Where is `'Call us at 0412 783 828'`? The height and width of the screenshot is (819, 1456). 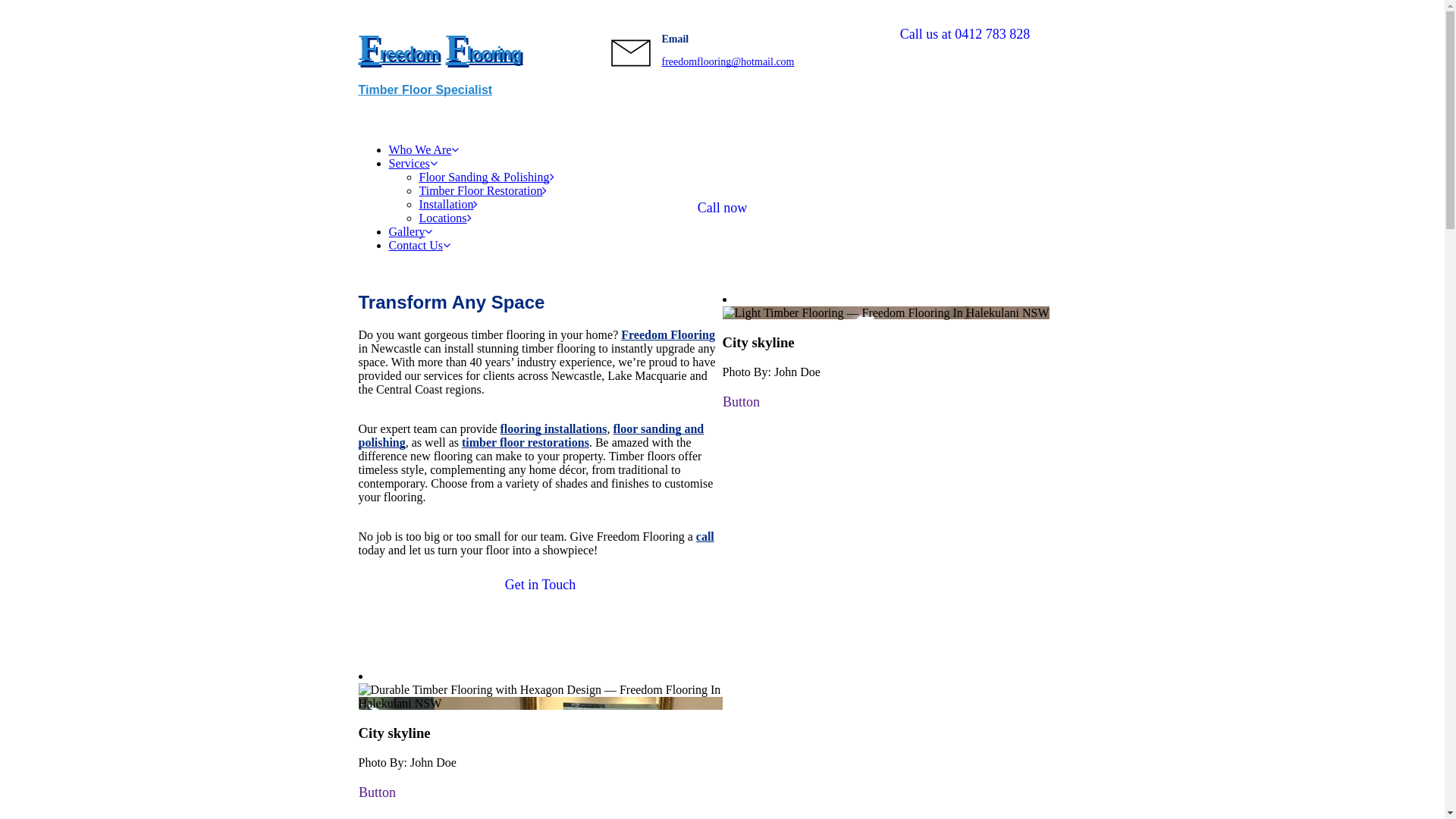
'Call us at 0412 783 828' is located at coordinates (964, 34).